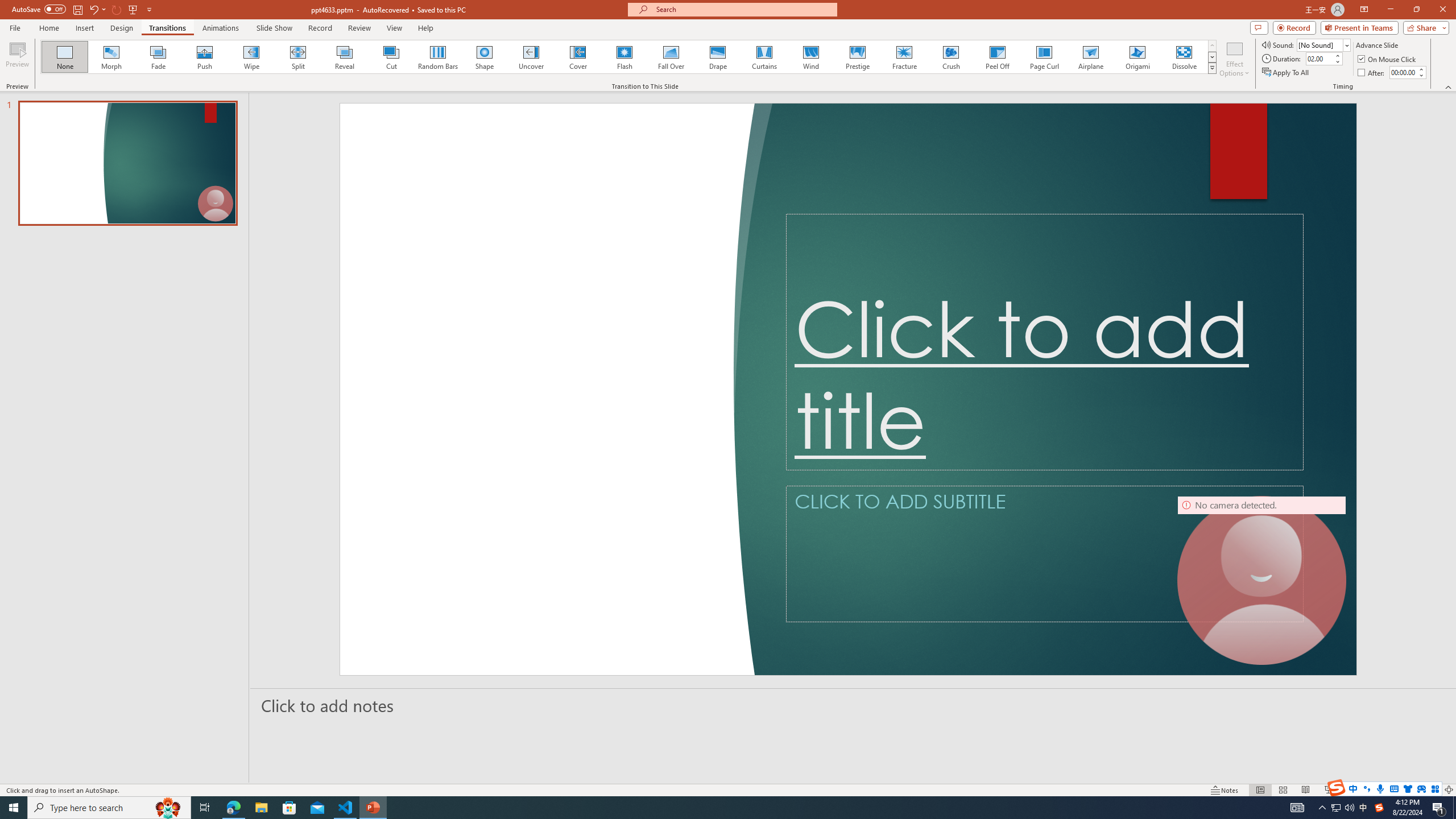 This screenshot has height=819, width=1456. Describe the element at coordinates (857, 56) in the screenshot. I see `'Prestige'` at that location.